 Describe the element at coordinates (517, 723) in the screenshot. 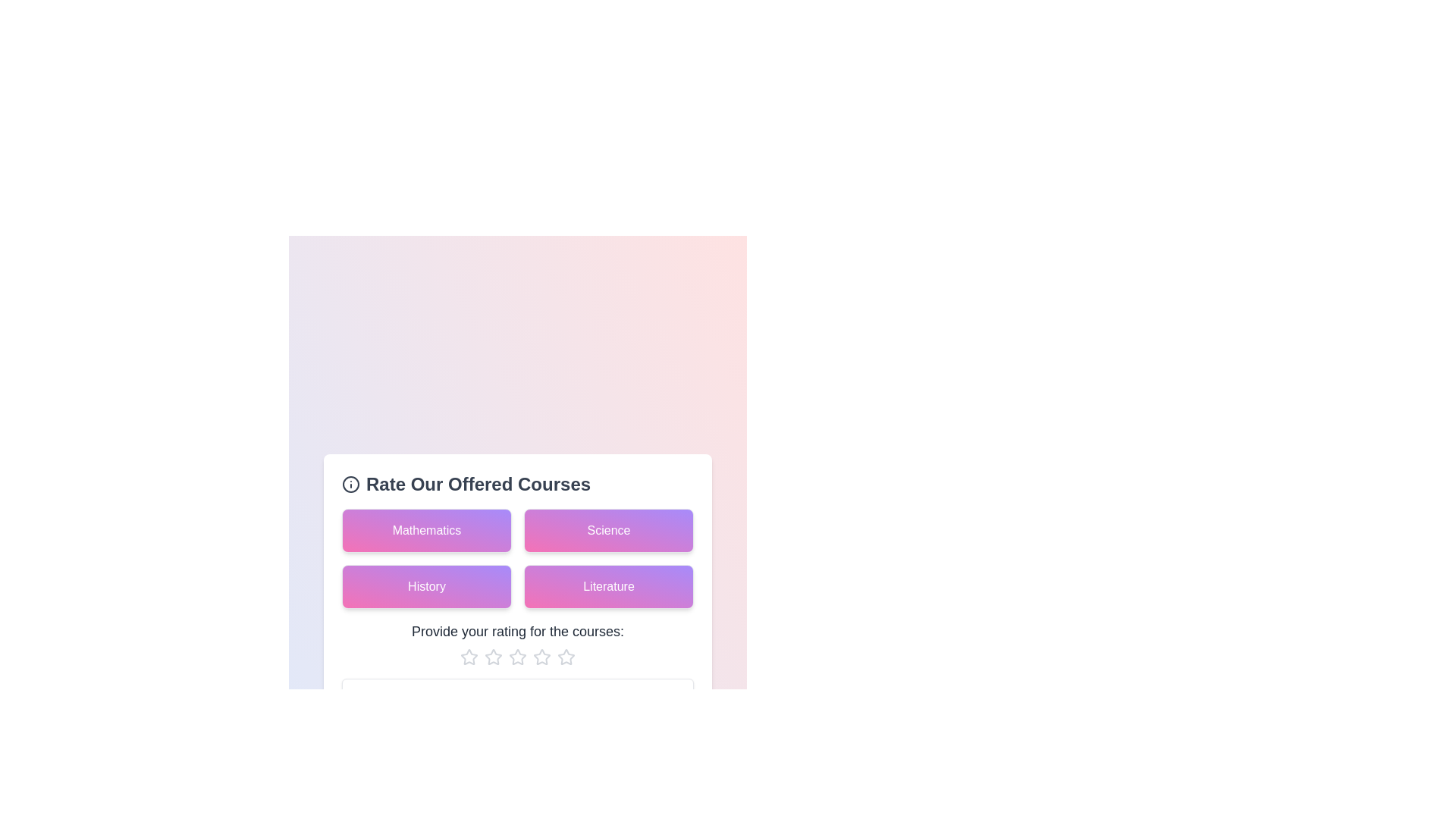

I see `the feedback textarea and type the desired feedback text` at that location.